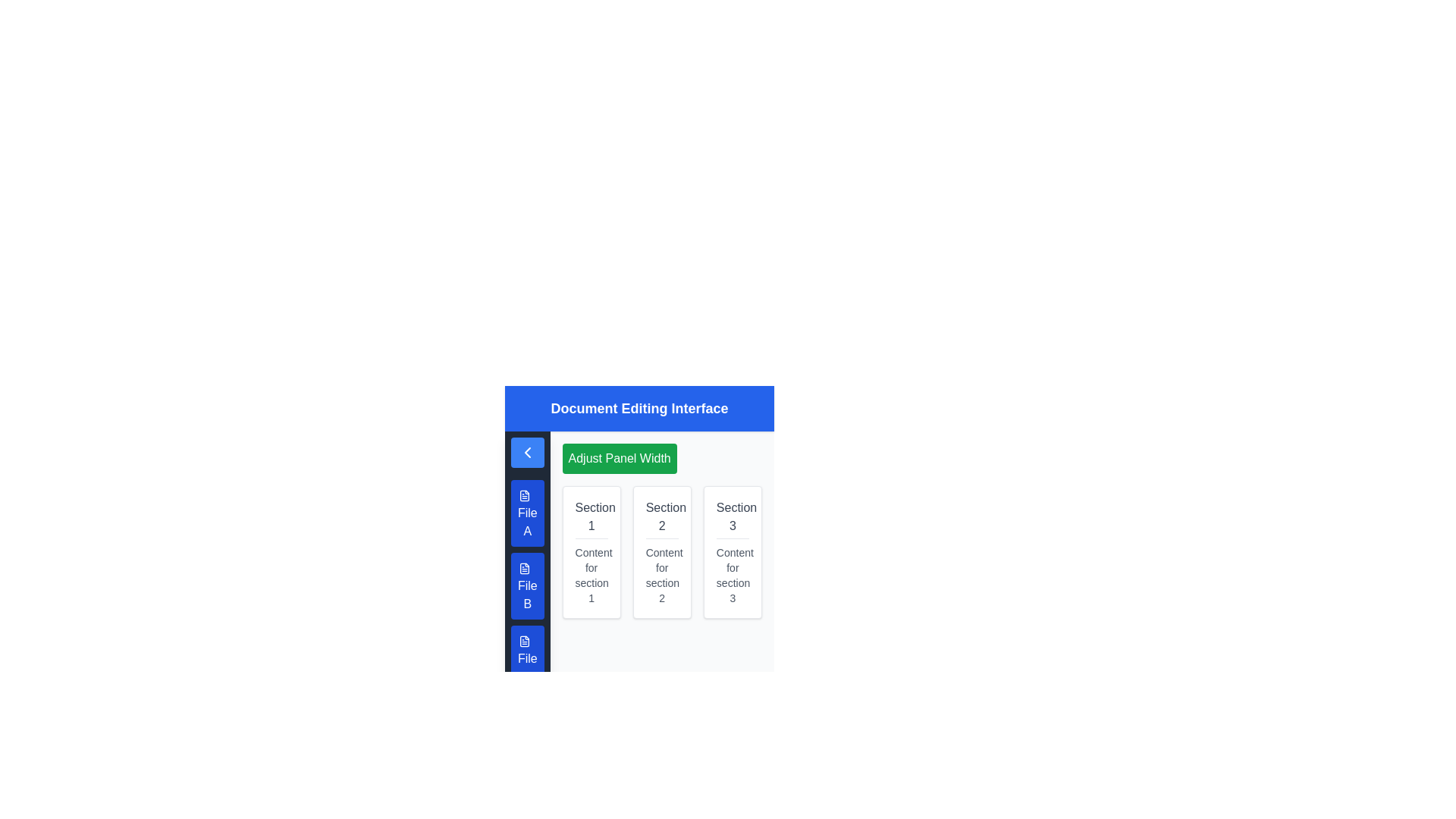 The image size is (1456, 819). What do you see at coordinates (524, 568) in the screenshot?
I see `the file icon graphic in the vertical menu, which is characterized by a minimalistic document outline and positioned second in the navigation panel` at bounding box center [524, 568].